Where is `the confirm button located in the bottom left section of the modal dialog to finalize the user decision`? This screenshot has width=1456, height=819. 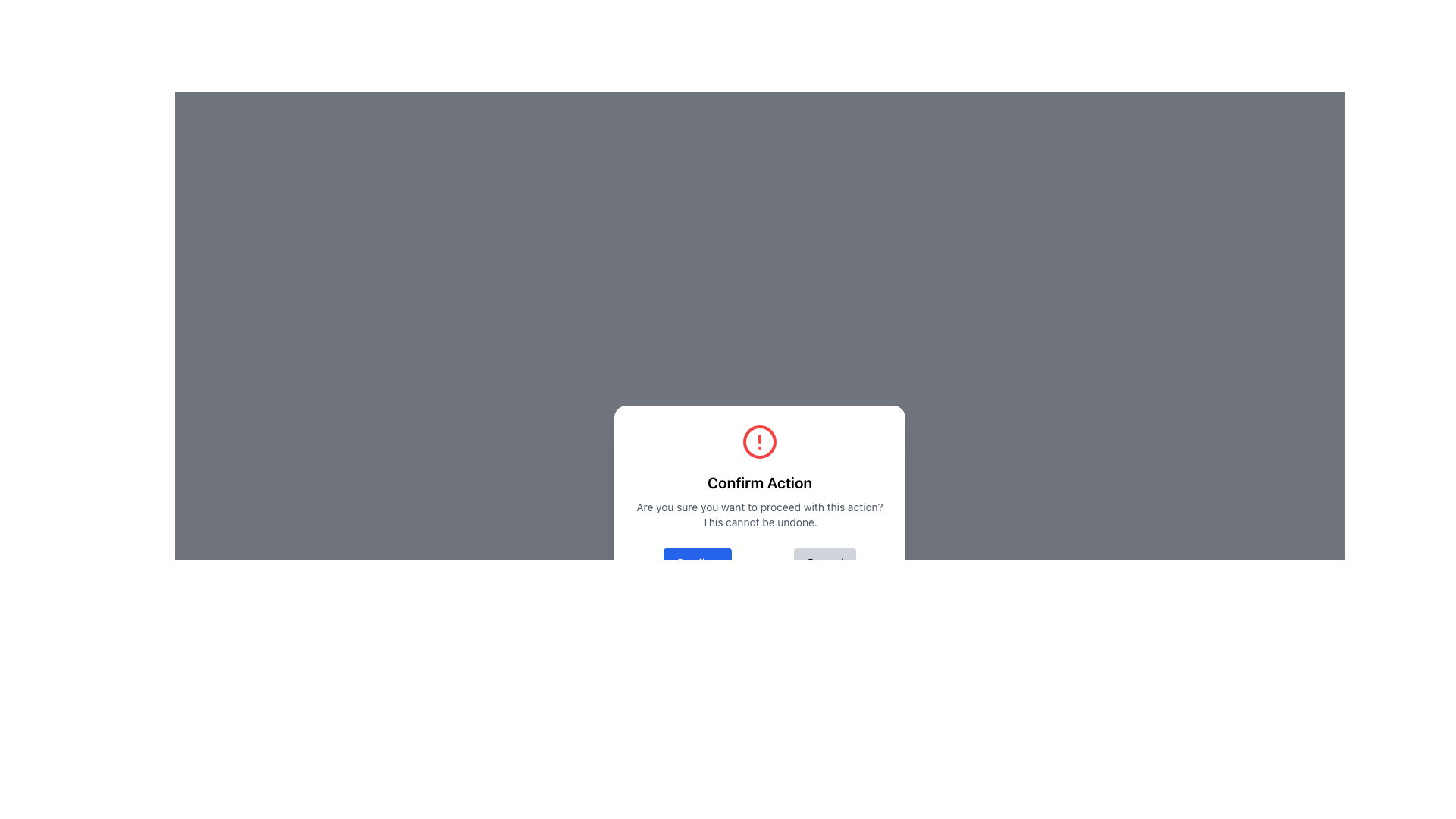
the confirm button located in the bottom left section of the modal dialog to finalize the user decision is located at coordinates (697, 563).